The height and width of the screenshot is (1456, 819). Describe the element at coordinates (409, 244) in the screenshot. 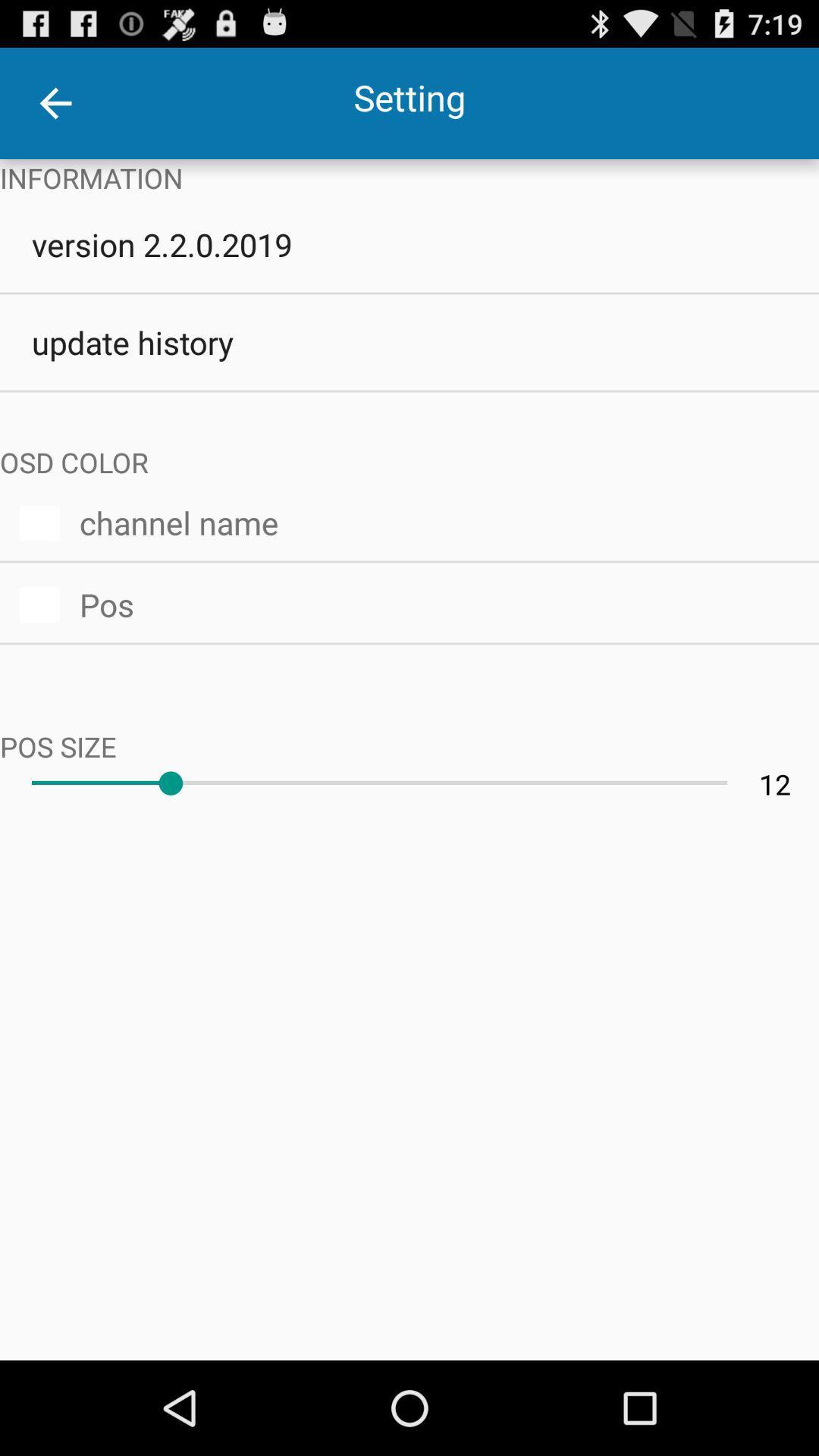

I see `the icon below information item` at that location.